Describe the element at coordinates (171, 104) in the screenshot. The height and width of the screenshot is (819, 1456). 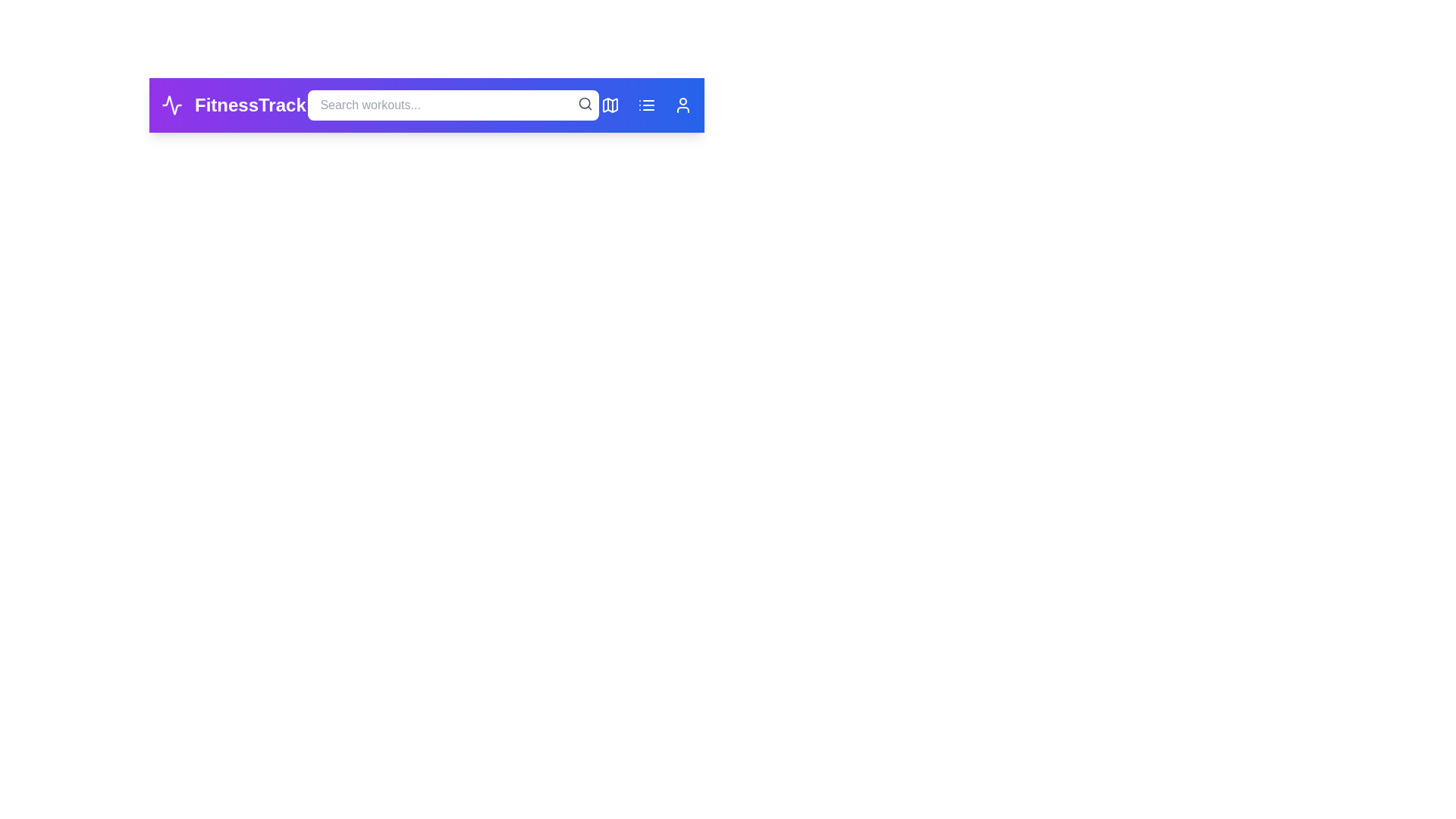
I see `the 'Fitness' icon in the app bar` at that location.